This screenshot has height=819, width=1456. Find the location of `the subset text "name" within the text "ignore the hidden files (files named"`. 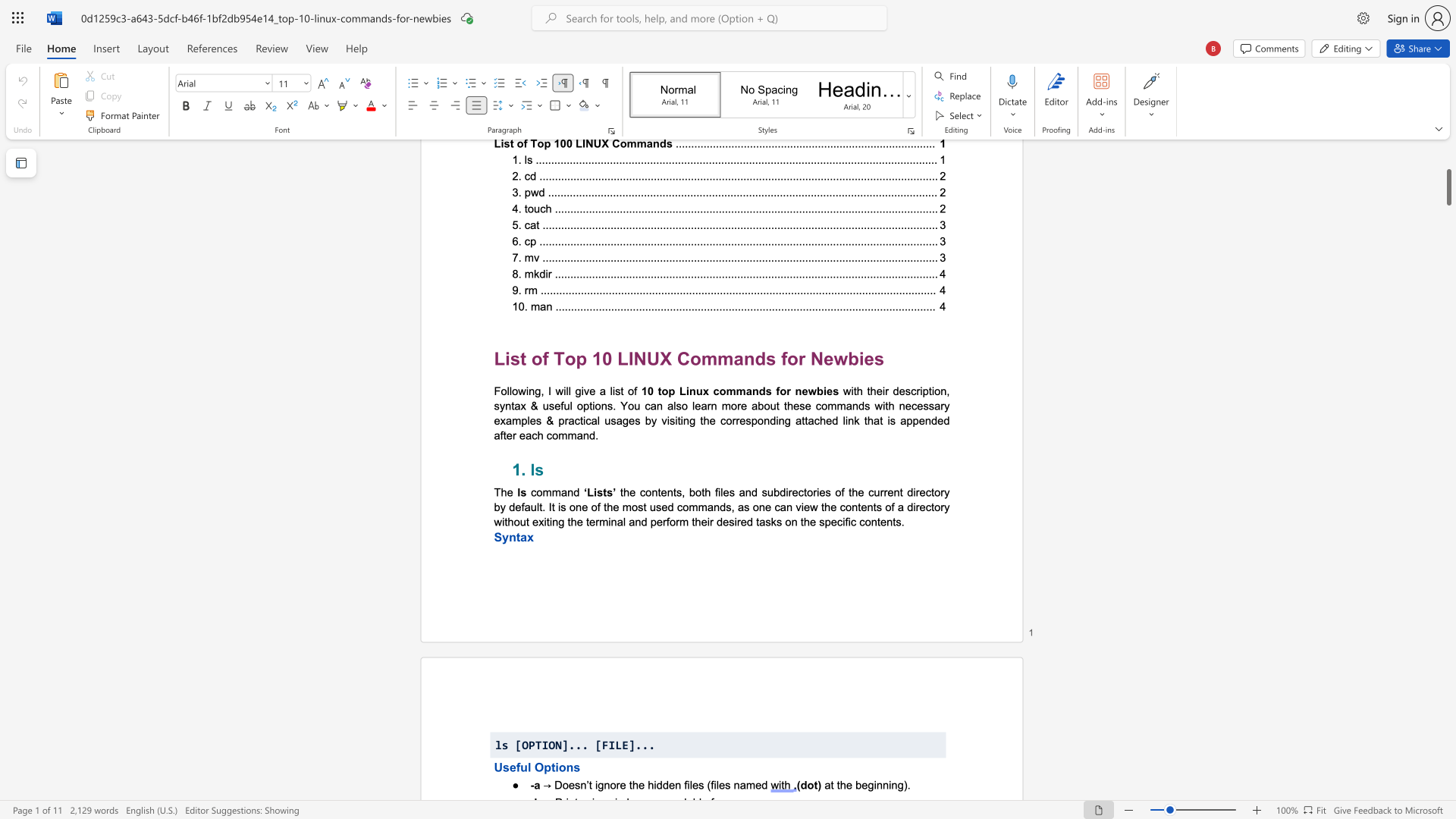

the subset text "name" within the text "ignore the hidden files (files named" is located at coordinates (733, 784).